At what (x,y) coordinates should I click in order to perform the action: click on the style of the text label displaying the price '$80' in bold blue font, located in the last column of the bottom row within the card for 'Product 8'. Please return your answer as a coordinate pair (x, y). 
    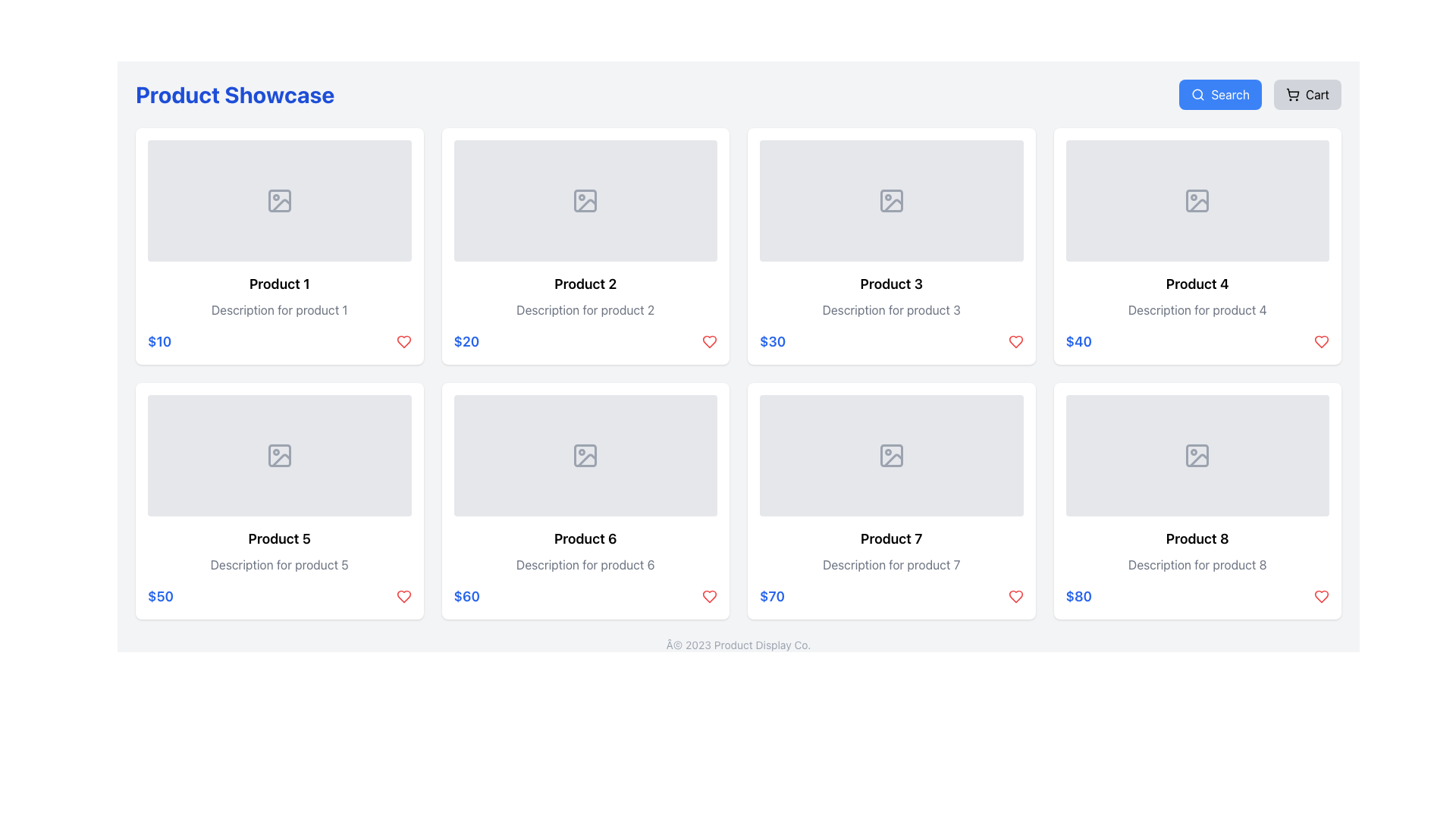
    Looking at the image, I should click on (1078, 595).